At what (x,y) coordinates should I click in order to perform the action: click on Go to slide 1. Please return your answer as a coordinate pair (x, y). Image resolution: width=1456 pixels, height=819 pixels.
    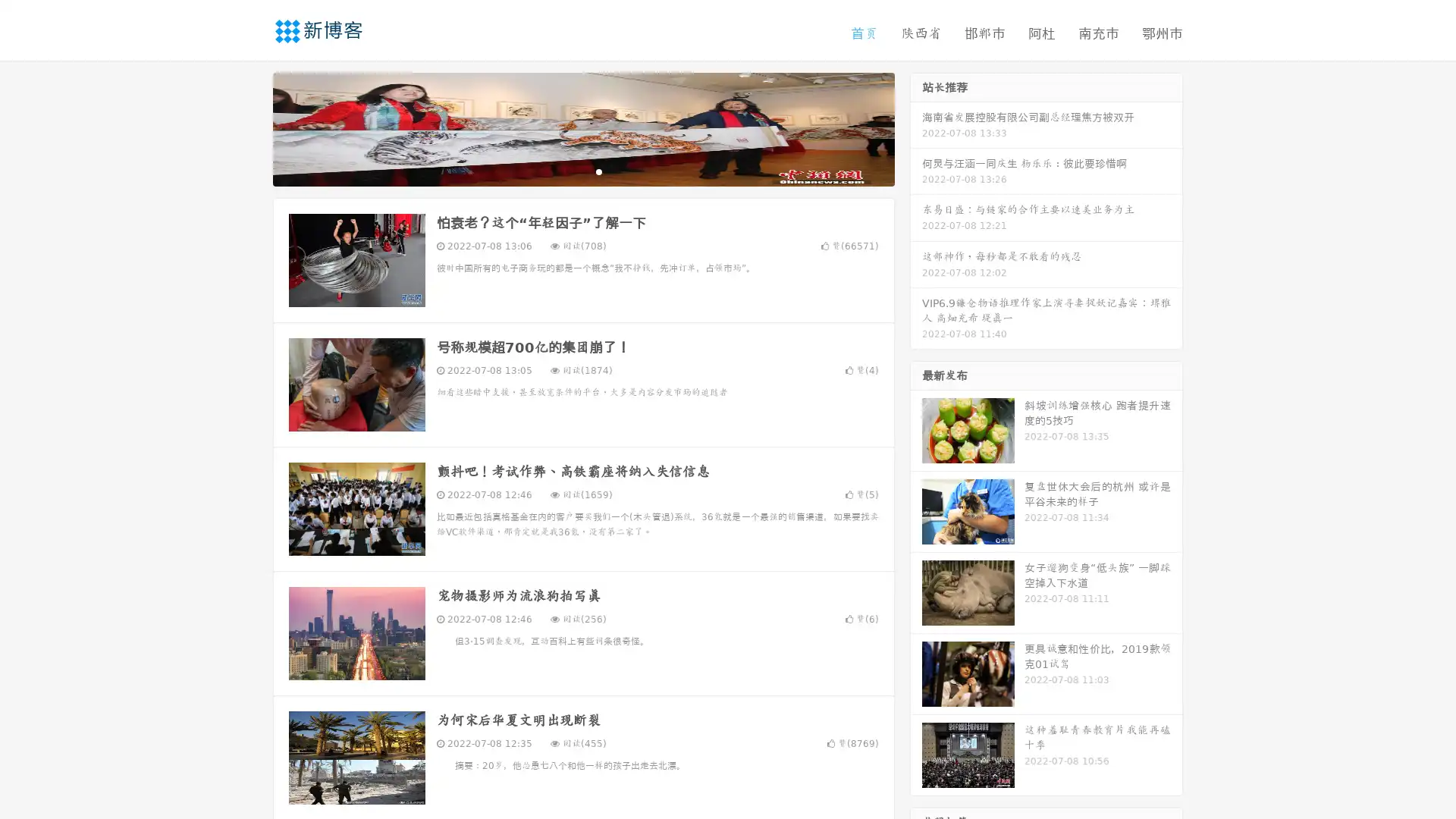
    Looking at the image, I should click on (567, 171).